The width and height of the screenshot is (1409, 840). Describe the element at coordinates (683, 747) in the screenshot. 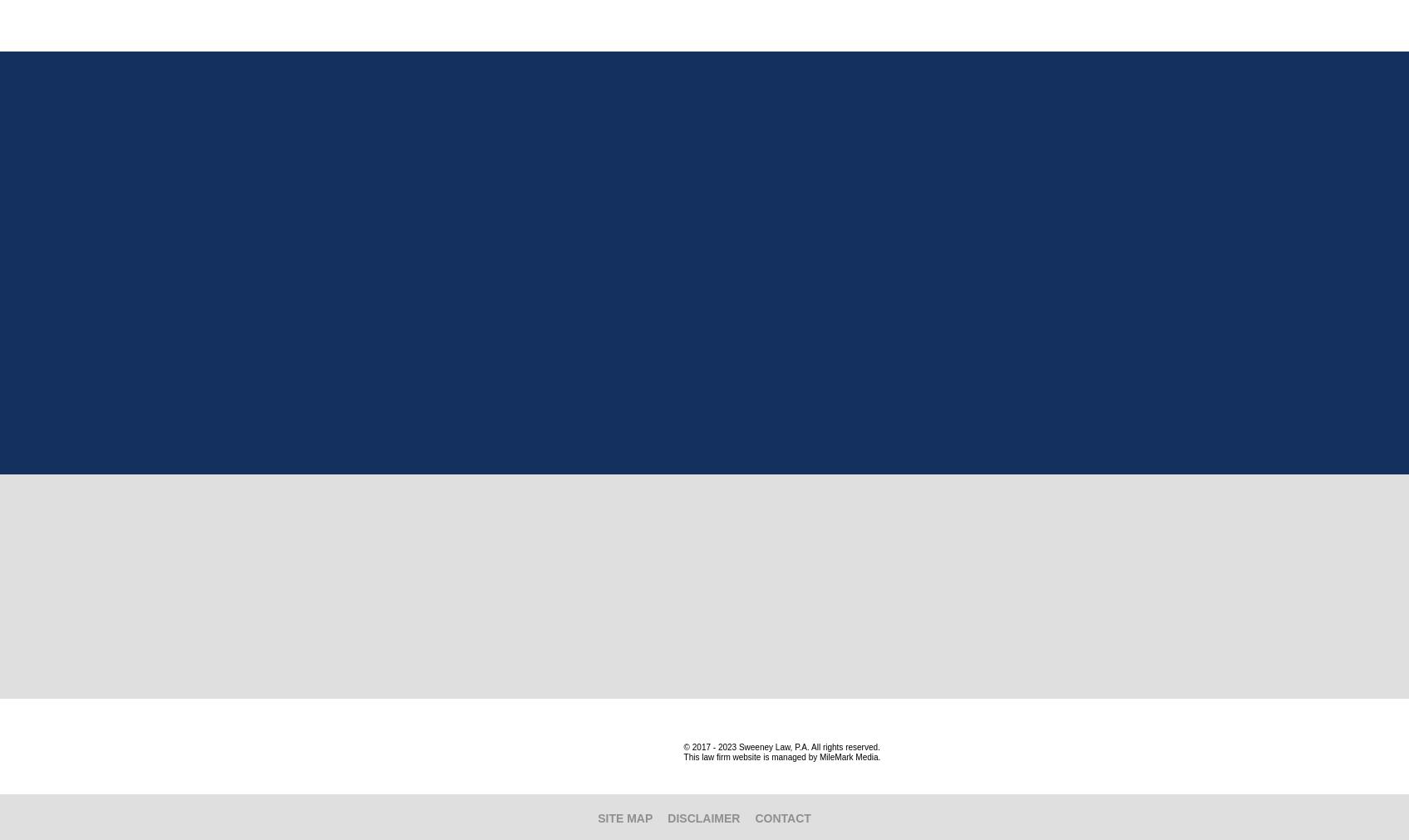

I see `'© 2017 - 2023 Sweeney Law, P.A. All rights reserved.'` at that location.